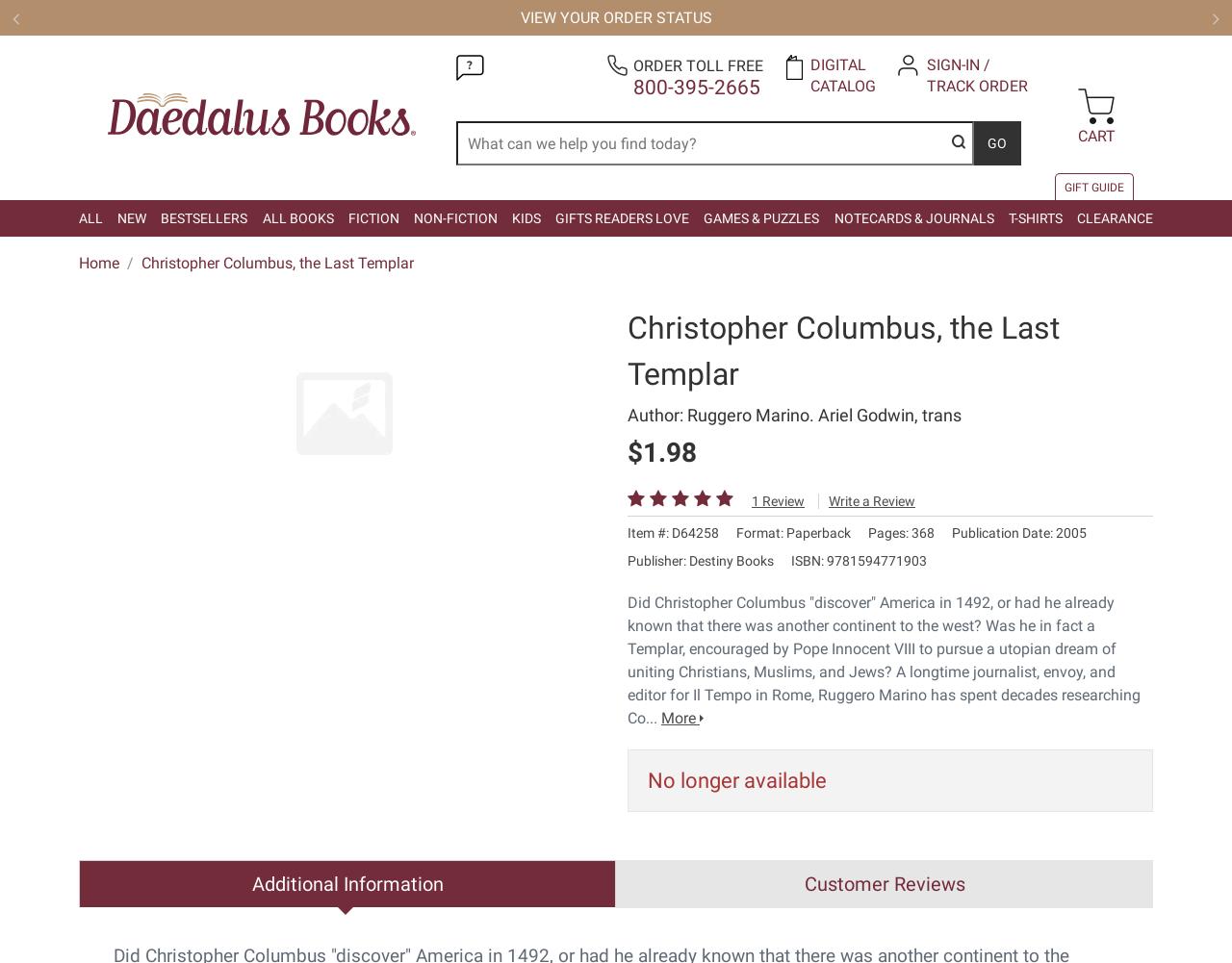 The image size is (1232, 963). Describe the element at coordinates (799, 356) in the screenshot. I see `'Request a Catalog'` at that location.